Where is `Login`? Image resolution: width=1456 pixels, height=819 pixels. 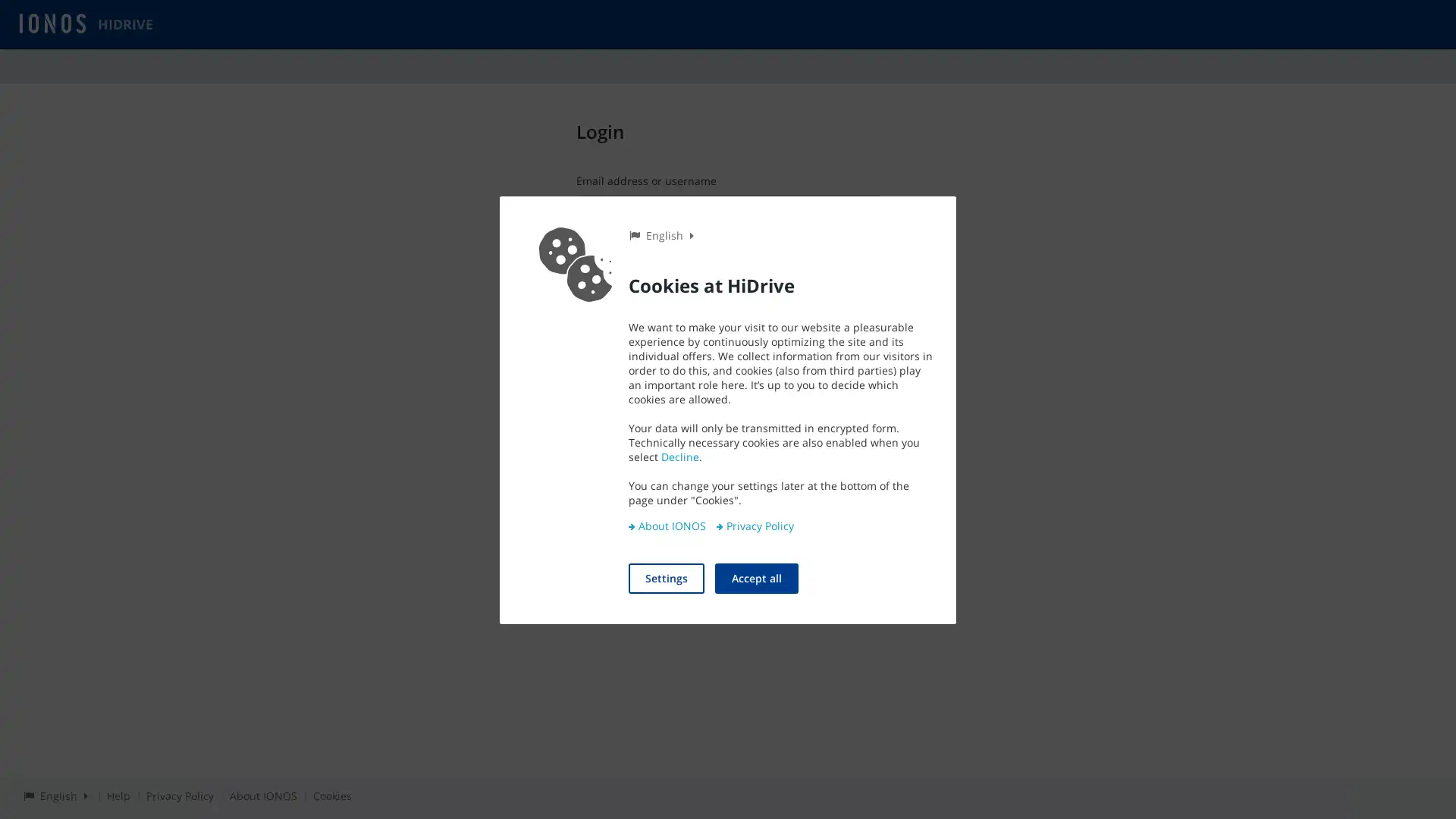 Login is located at coordinates (728, 338).